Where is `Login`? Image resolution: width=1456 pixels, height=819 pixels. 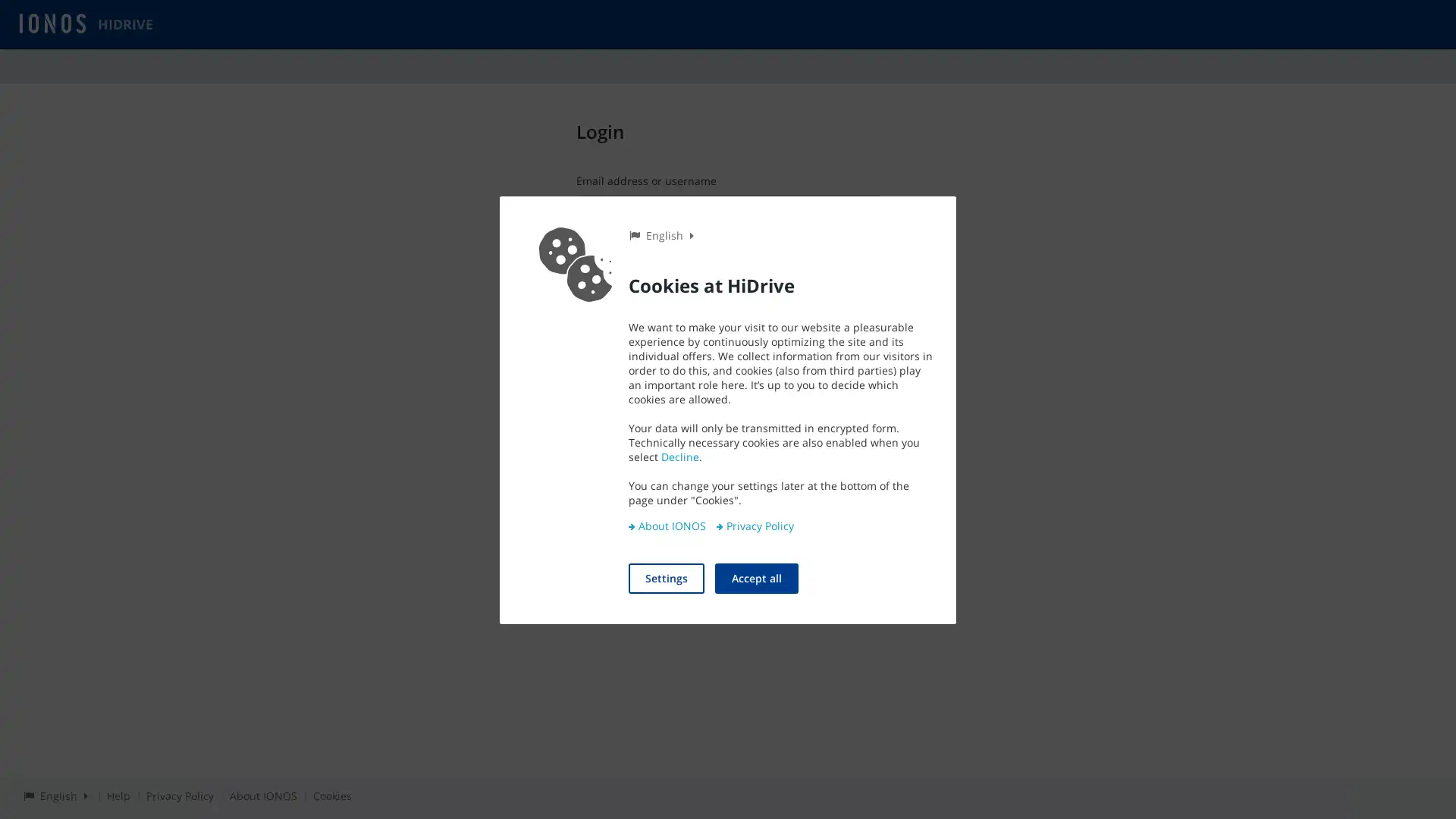 Login is located at coordinates (728, 338).